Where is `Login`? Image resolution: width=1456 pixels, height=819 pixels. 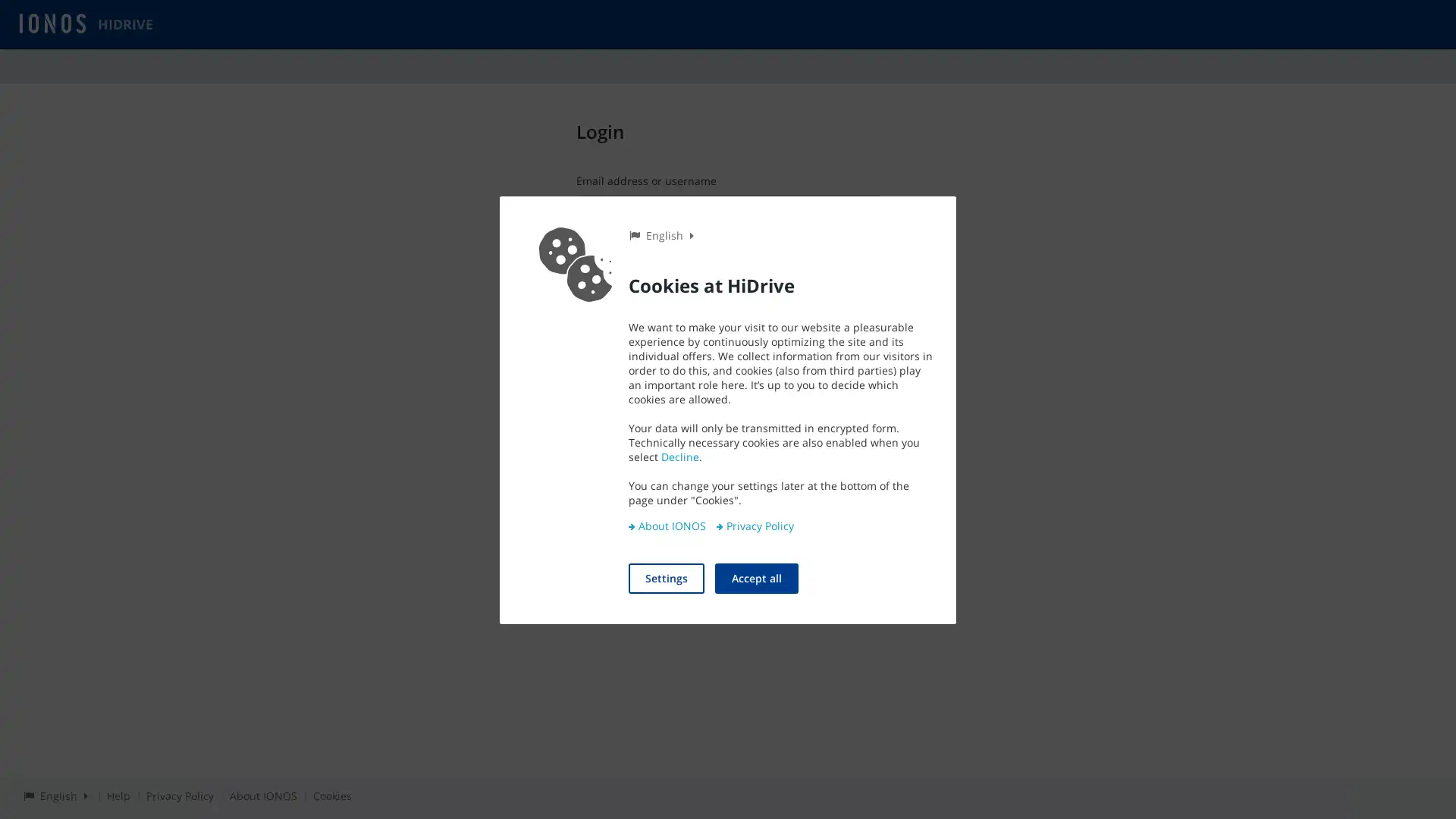 Login is located at coordinates (728, 338).